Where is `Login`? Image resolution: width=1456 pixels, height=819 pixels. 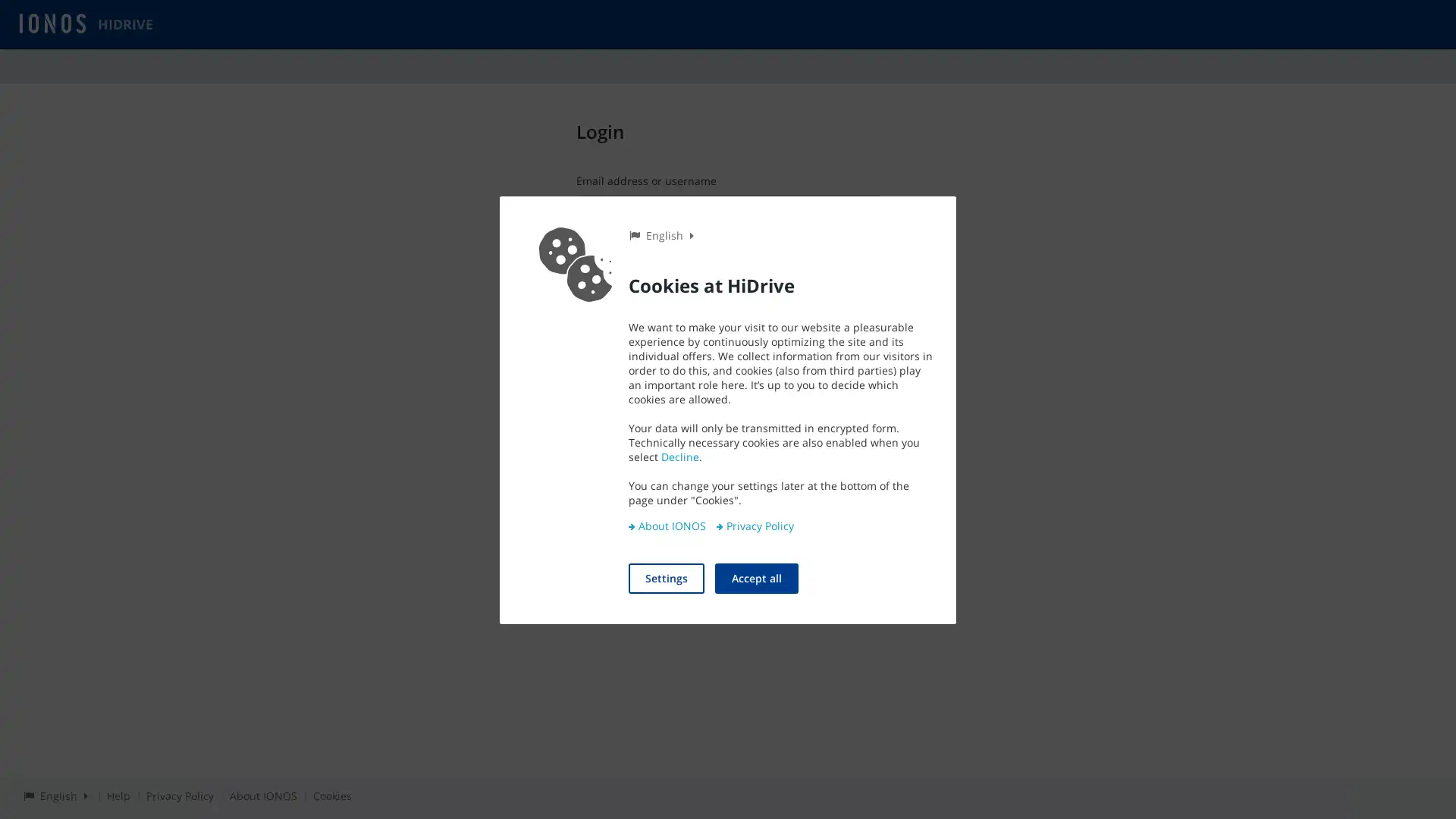 Login is located at coordinates (728, 338).